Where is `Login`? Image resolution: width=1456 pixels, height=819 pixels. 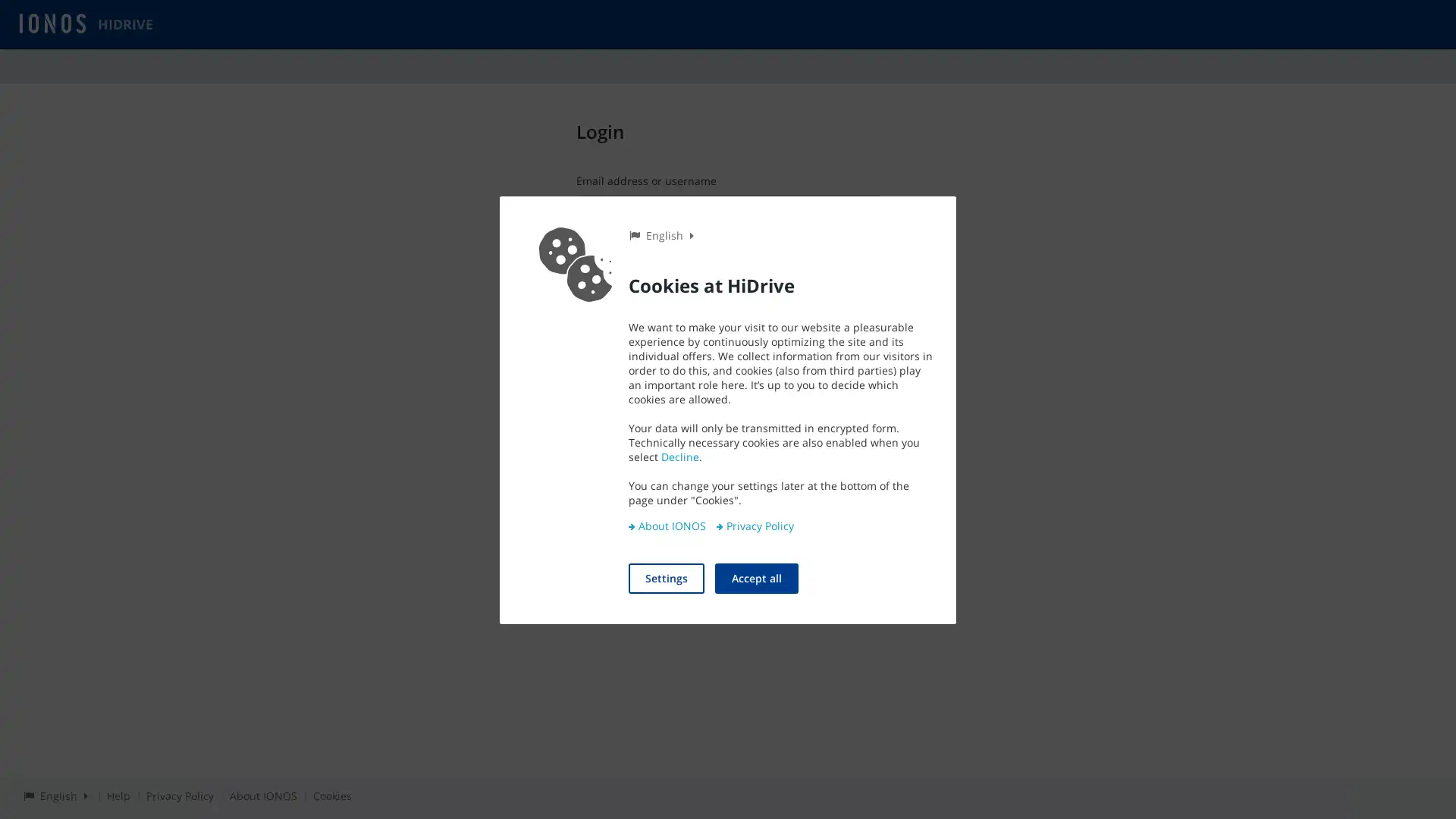 Login is located at coordinates (728, 338).